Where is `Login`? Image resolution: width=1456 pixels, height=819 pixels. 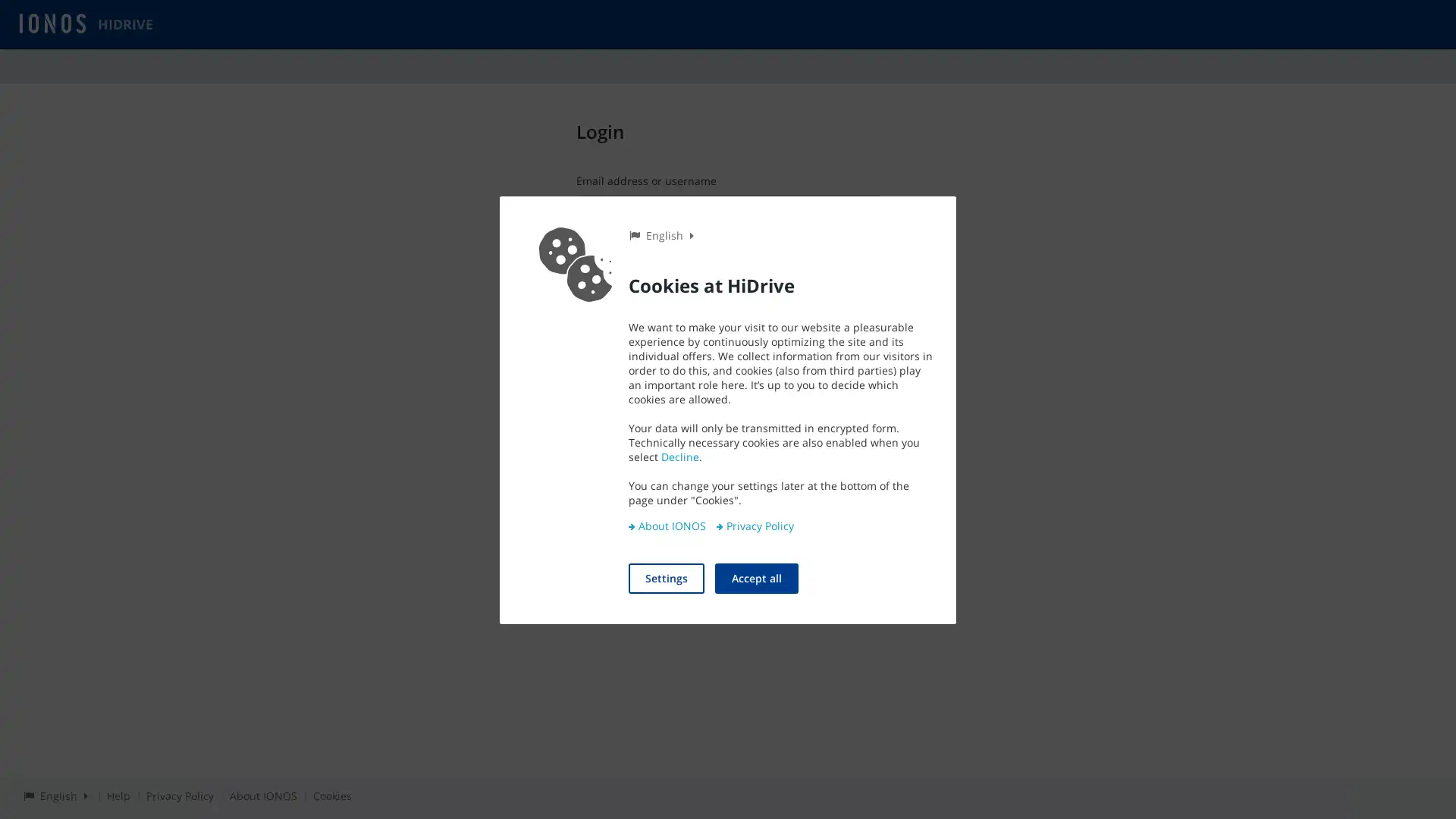 Login is located at coordinates (728, 338).